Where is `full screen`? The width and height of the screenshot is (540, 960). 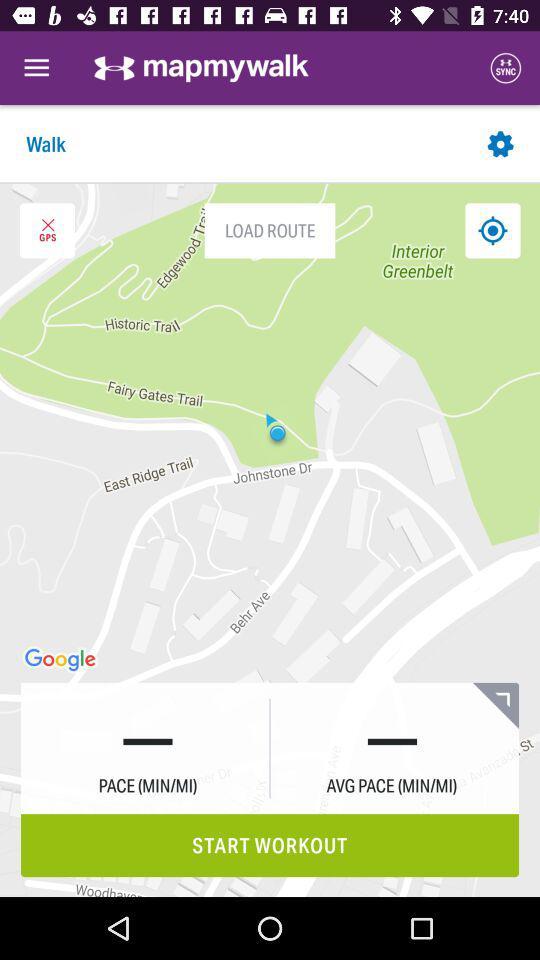 full screen is located at coordinates (494, 705).